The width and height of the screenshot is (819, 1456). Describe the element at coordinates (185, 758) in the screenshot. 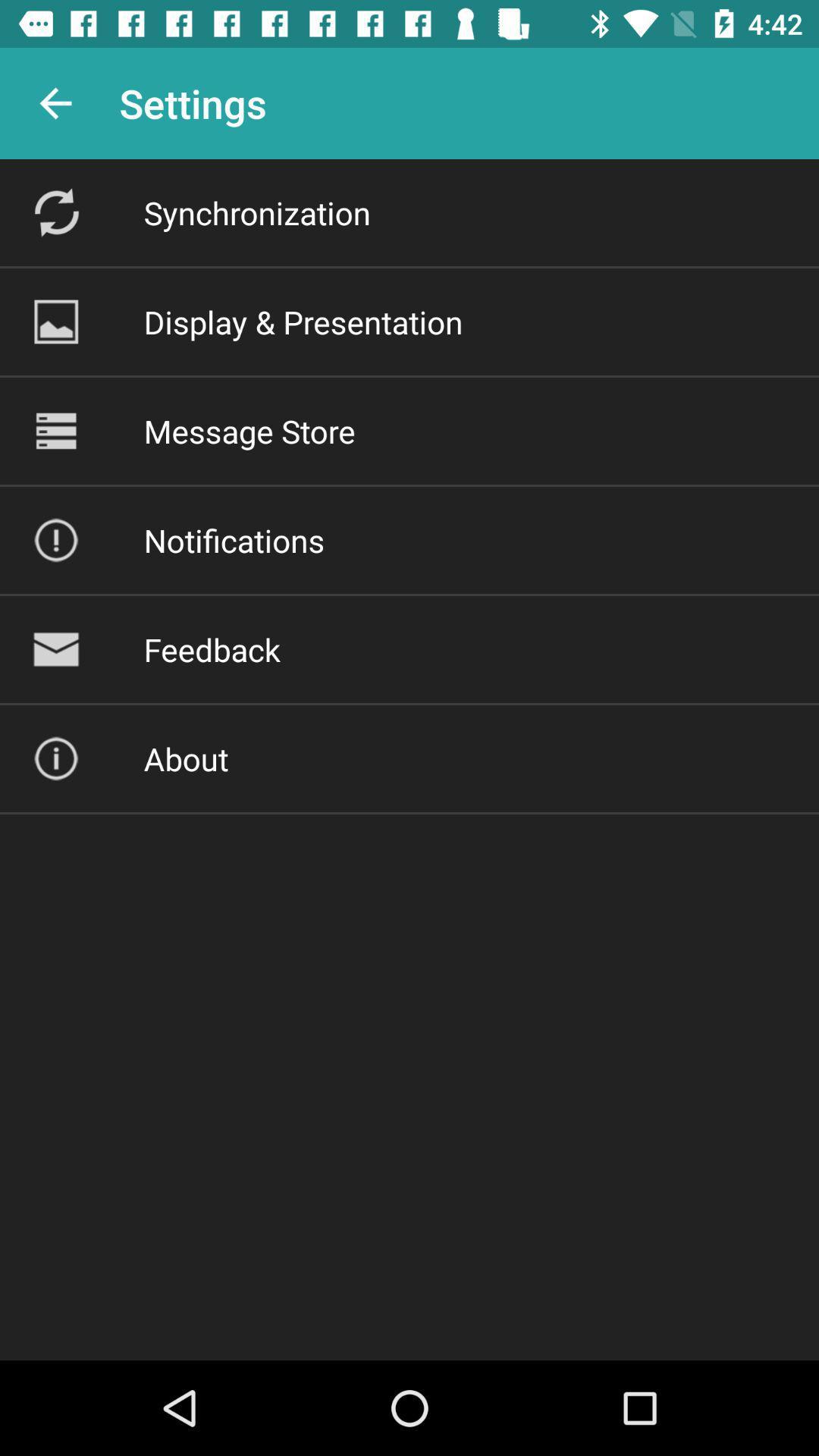

I see `about icon` at that location.